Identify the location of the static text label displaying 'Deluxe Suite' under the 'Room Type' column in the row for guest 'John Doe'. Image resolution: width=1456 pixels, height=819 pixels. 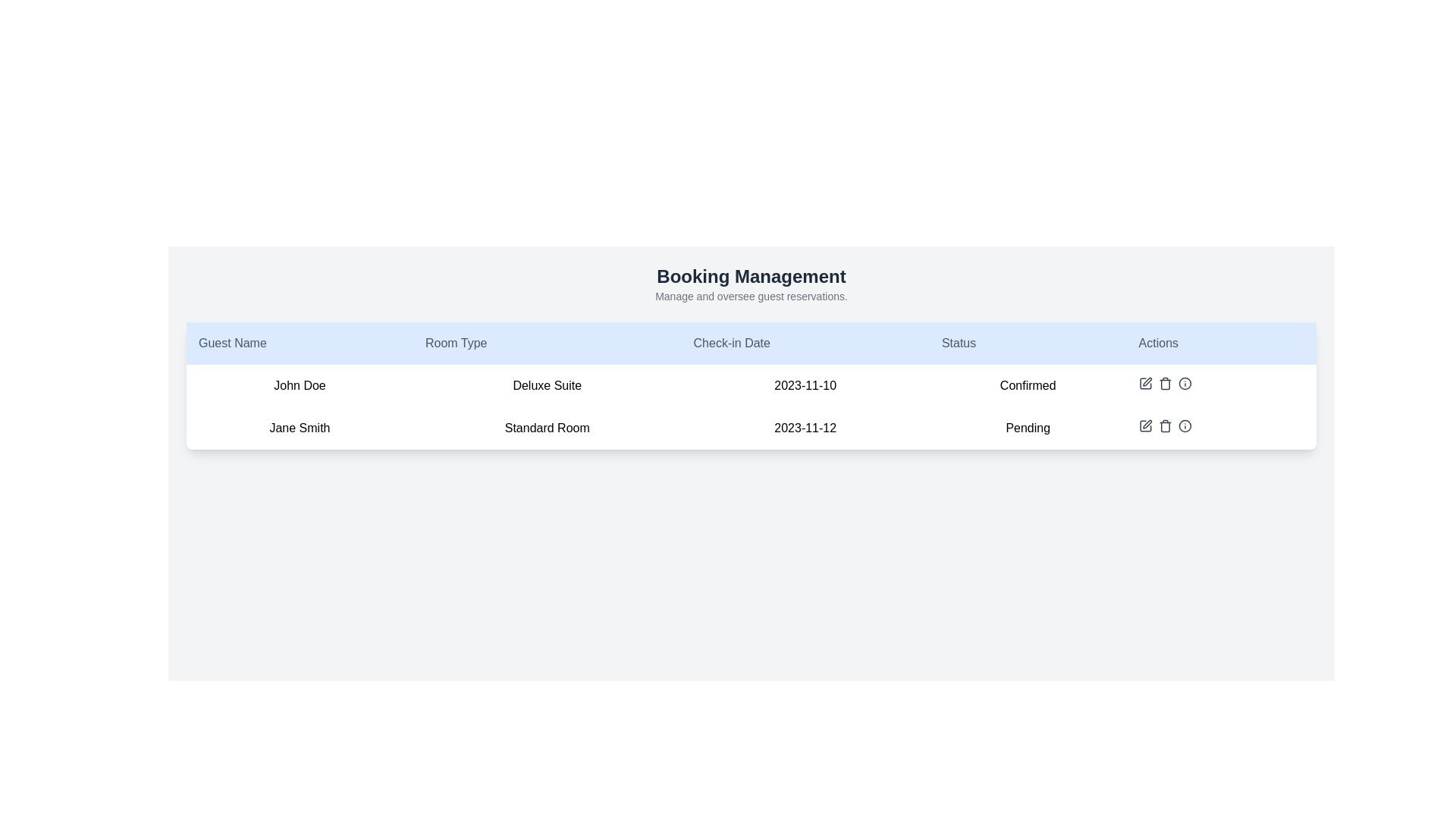
(546, 385).